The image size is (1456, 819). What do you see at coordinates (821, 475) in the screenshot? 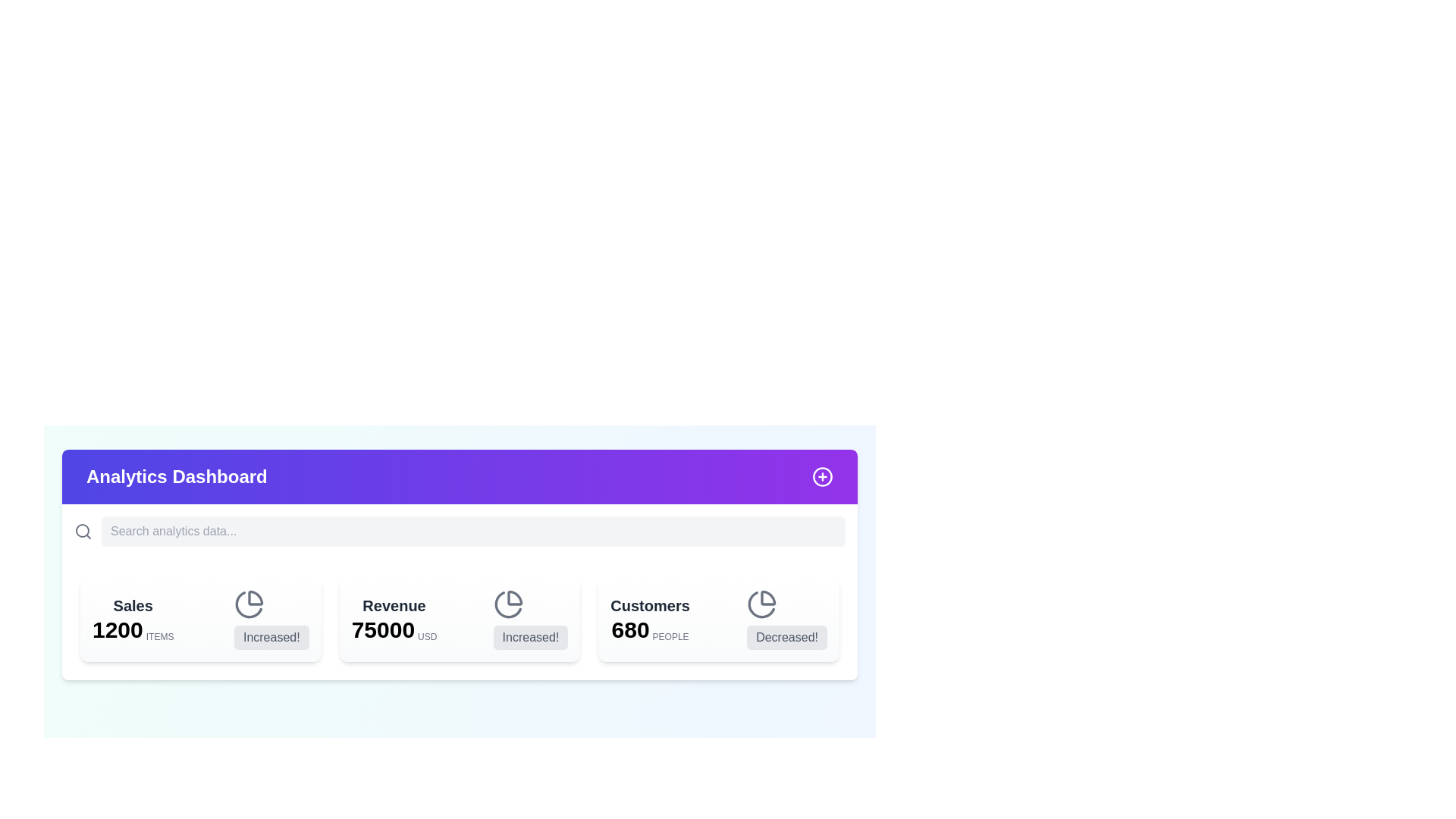
I see `the circular icon button with a plus sign (+) located on the right side of the 'Analytics Dashboard' header` at bounding box center [821, 475].